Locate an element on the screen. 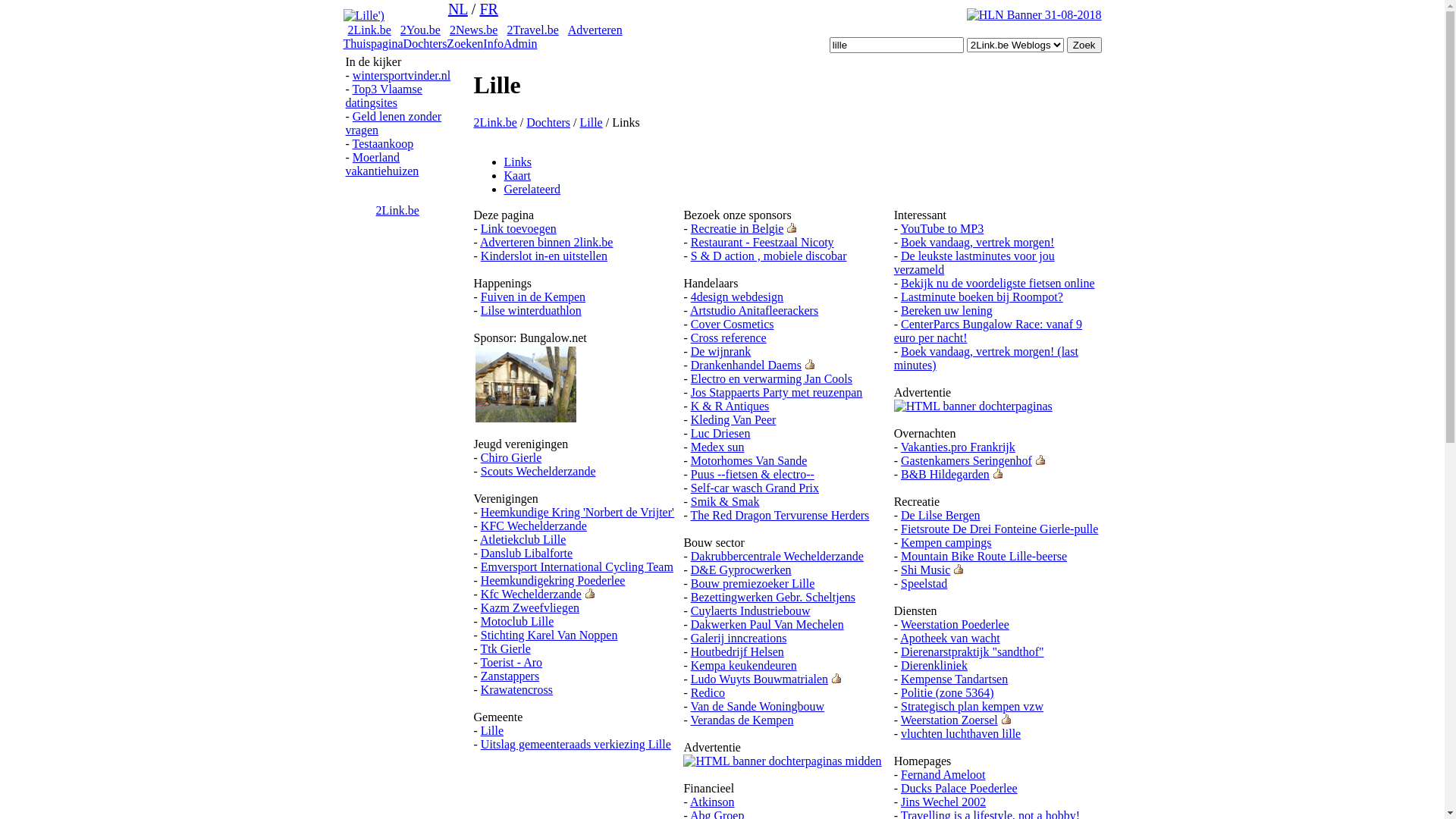 The height and width of the screenshot is (819, 1456). 'Recreatie in Belgie' is located at coordinates (737, 228).